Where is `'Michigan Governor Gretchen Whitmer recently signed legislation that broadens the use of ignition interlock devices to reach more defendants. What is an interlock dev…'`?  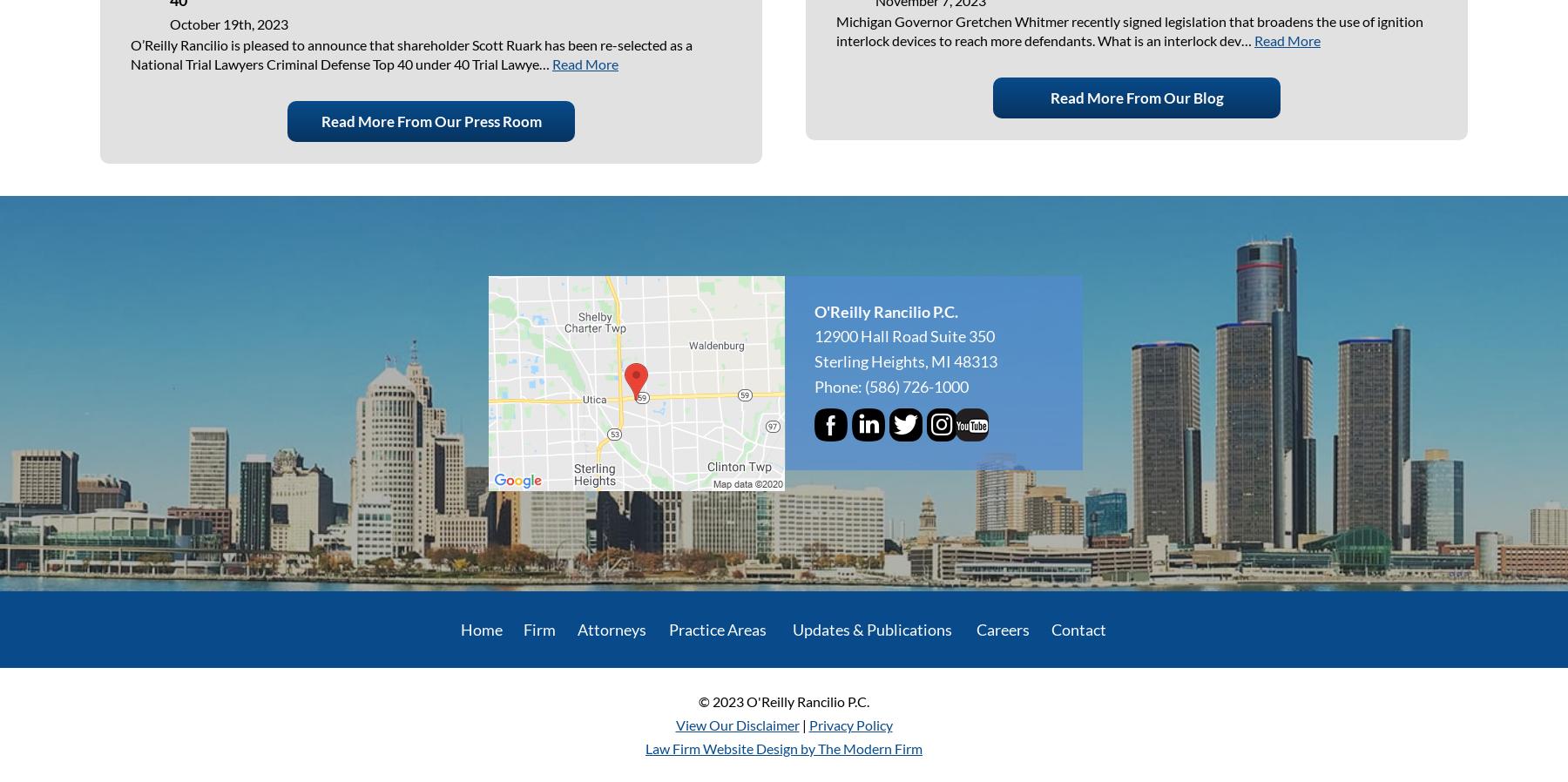
'Michigan Governor Gretchen Whitmer recently signed legislation that broadens the use of ignition interlock devices to reach more defendants. What is an interlock dev…' is located at coordinates (1130, 30).